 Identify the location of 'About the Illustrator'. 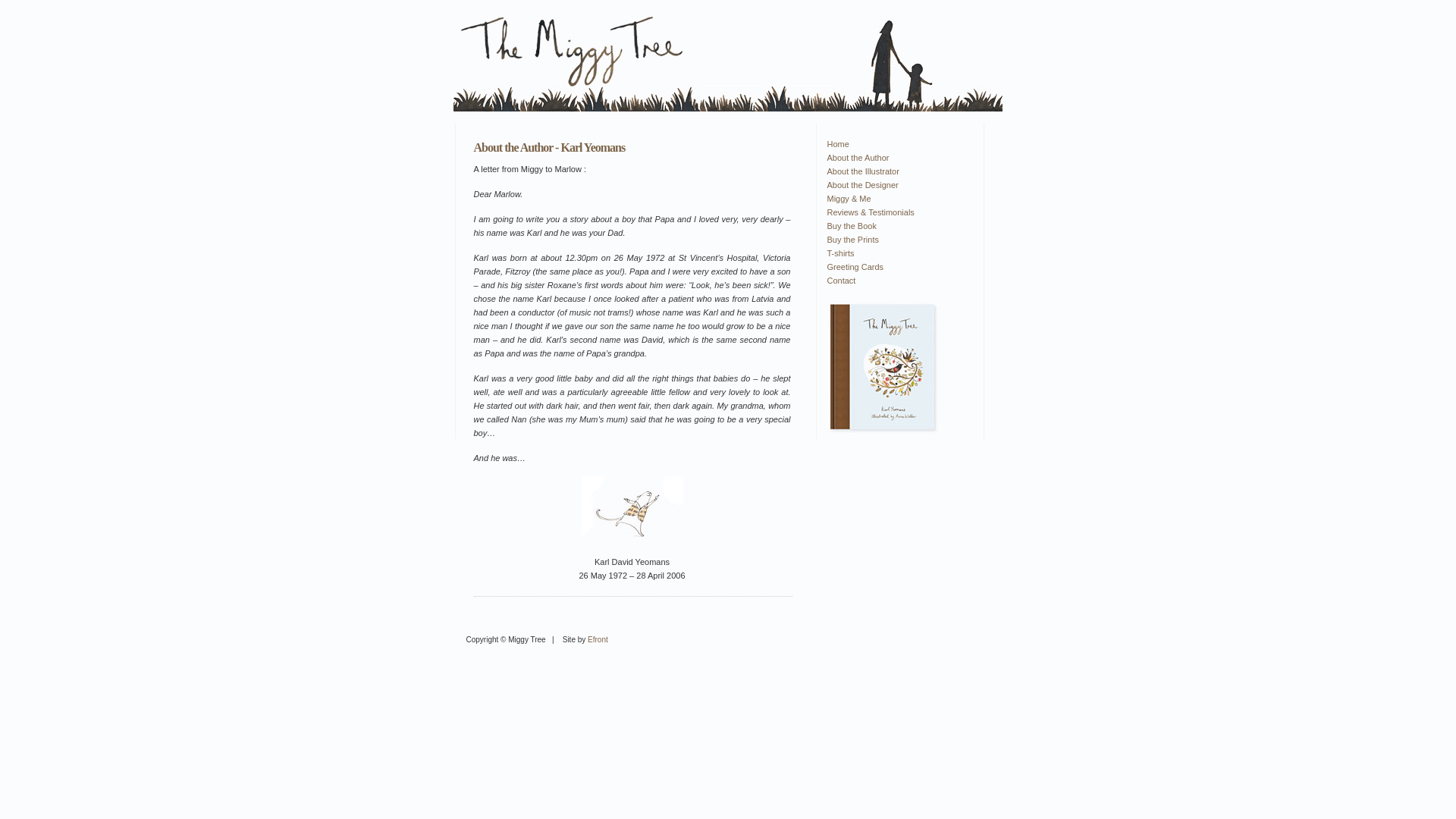
(895, 171).